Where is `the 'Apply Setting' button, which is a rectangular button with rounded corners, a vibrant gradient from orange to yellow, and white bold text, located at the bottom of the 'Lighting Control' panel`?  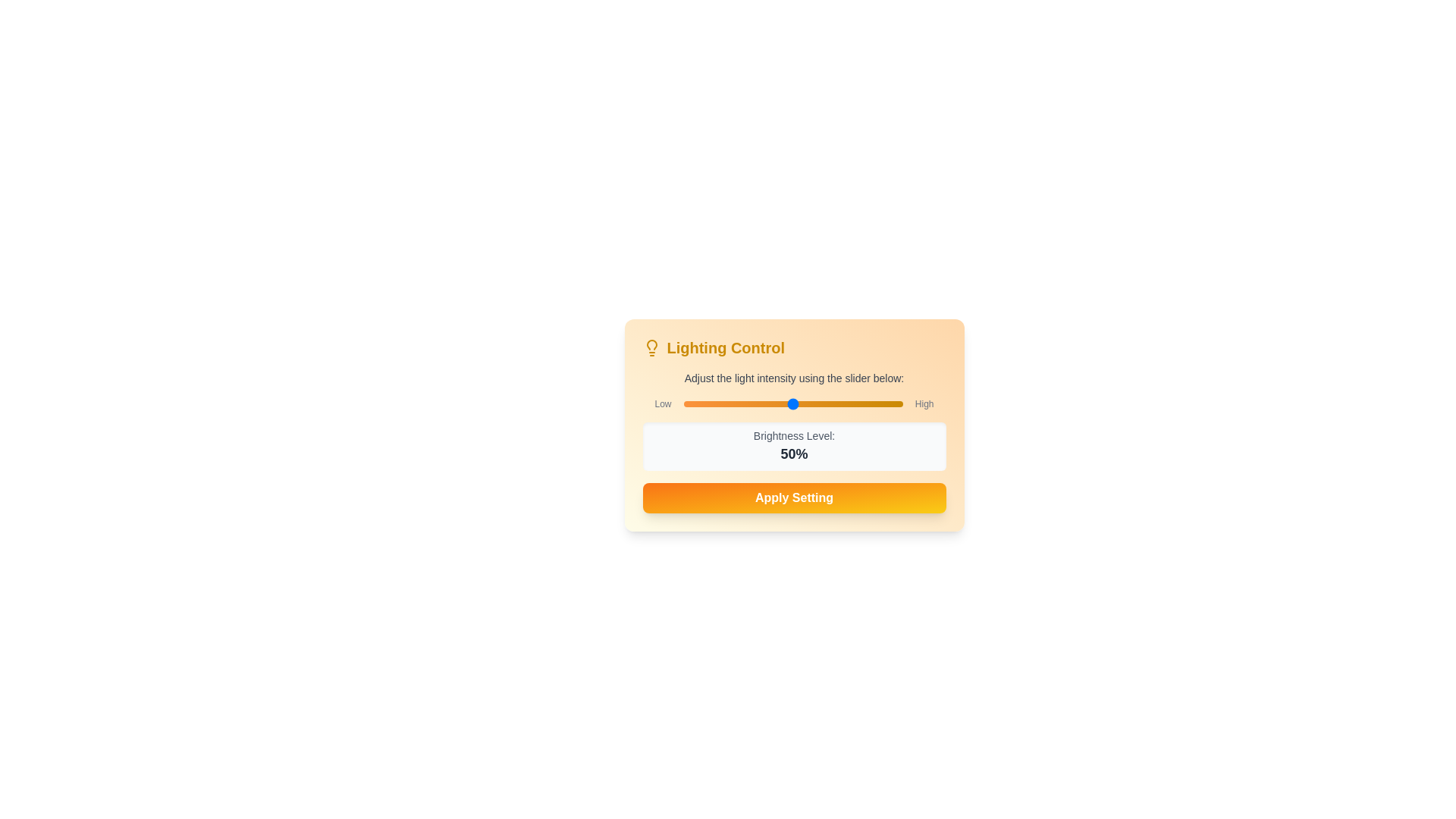
the 'Apply Setting' button, which is a rectangular button with rounded corners, a vibrant gradient from orange to yellow, and white bold text, located at the bottom of the 'Lighting Control' panel is located at coordinates (793, 497).